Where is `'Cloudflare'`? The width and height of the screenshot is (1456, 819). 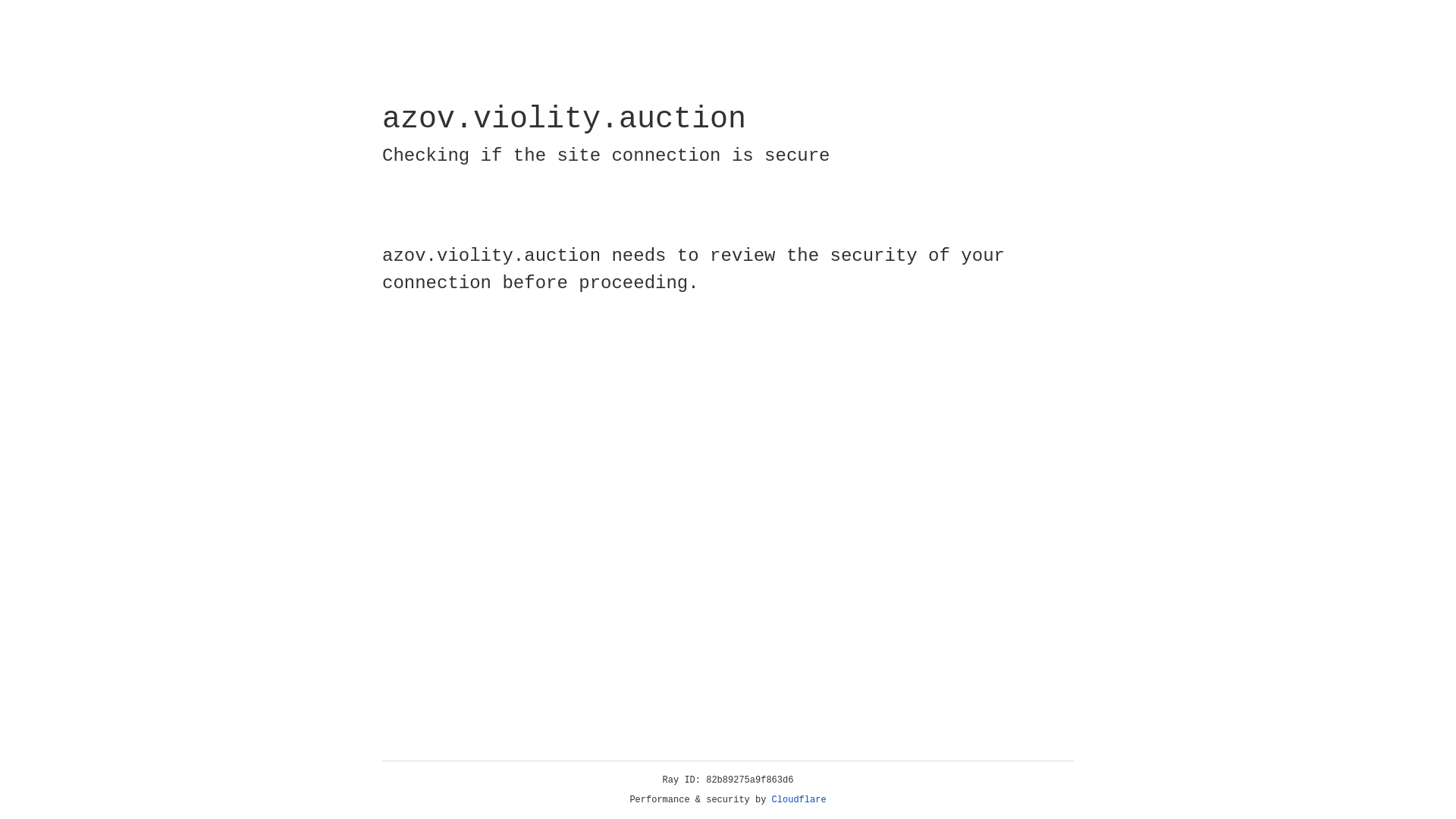 'Cloudflare' is located at coordinates (771, 799).